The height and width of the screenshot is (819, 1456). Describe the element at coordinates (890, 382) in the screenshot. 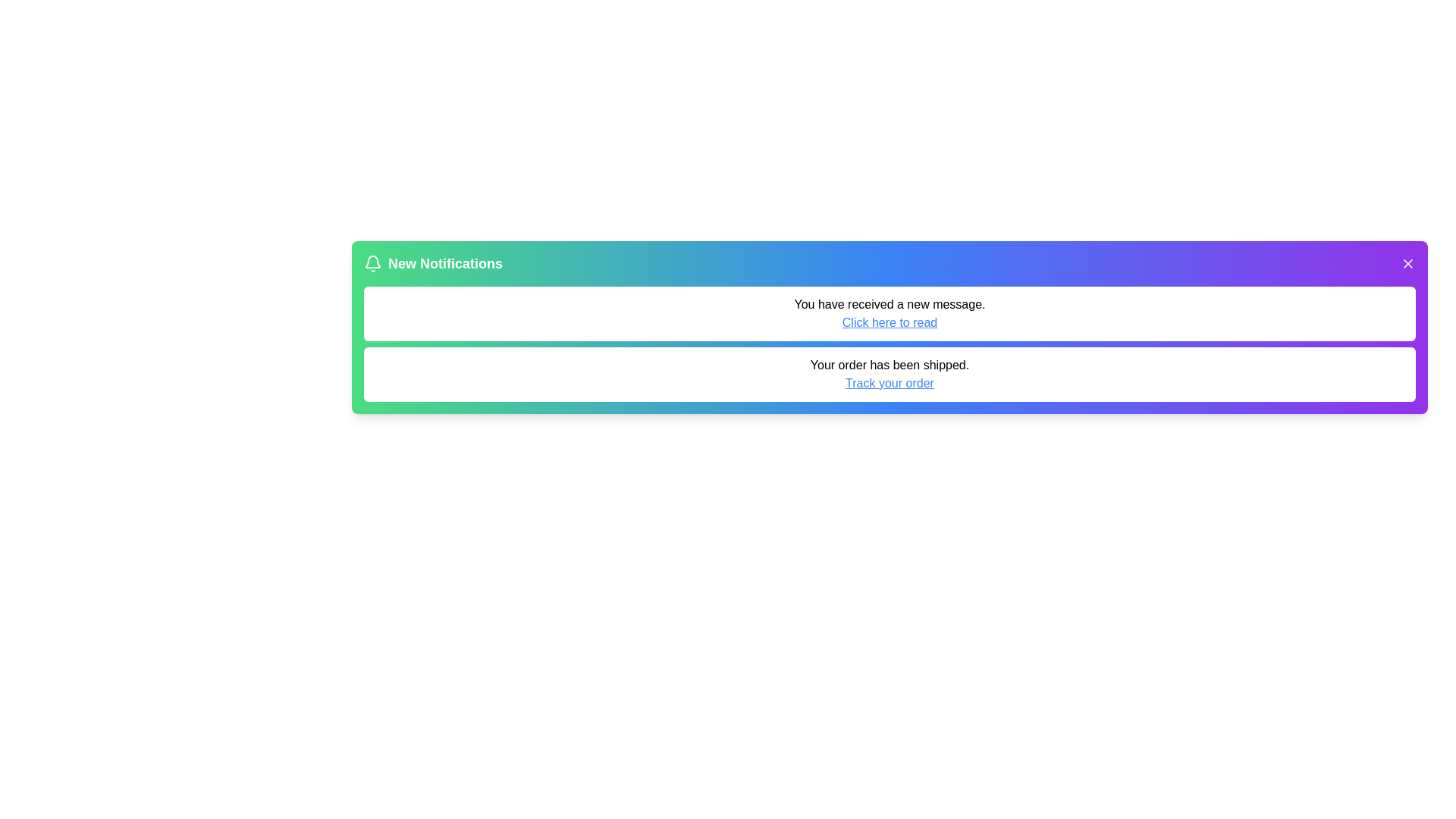

I see `the 'Track your order' hyperlink in the notification panel to observe a tooltip or styling change` at that location.